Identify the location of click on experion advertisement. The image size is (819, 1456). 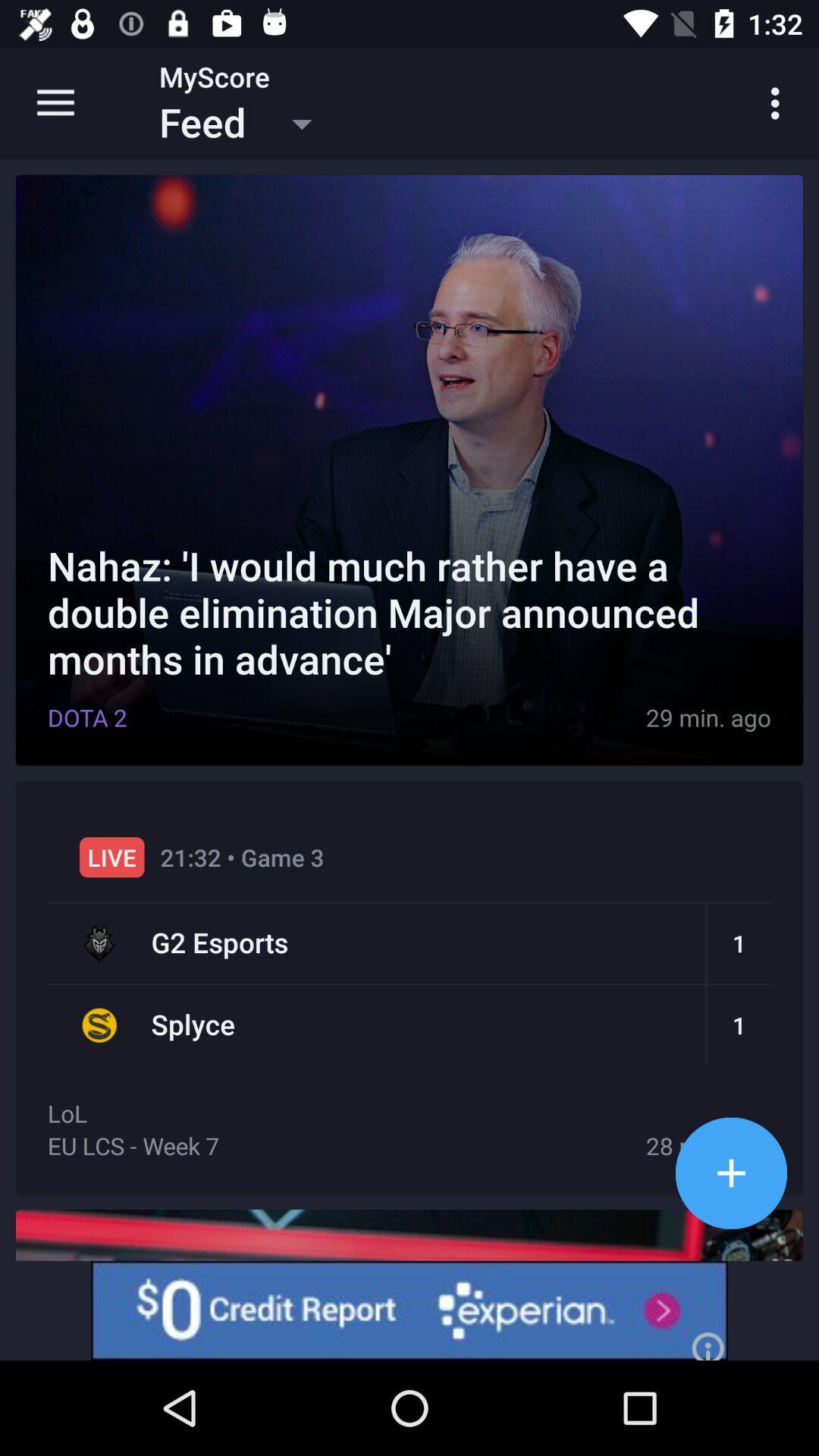
(409, 1310).